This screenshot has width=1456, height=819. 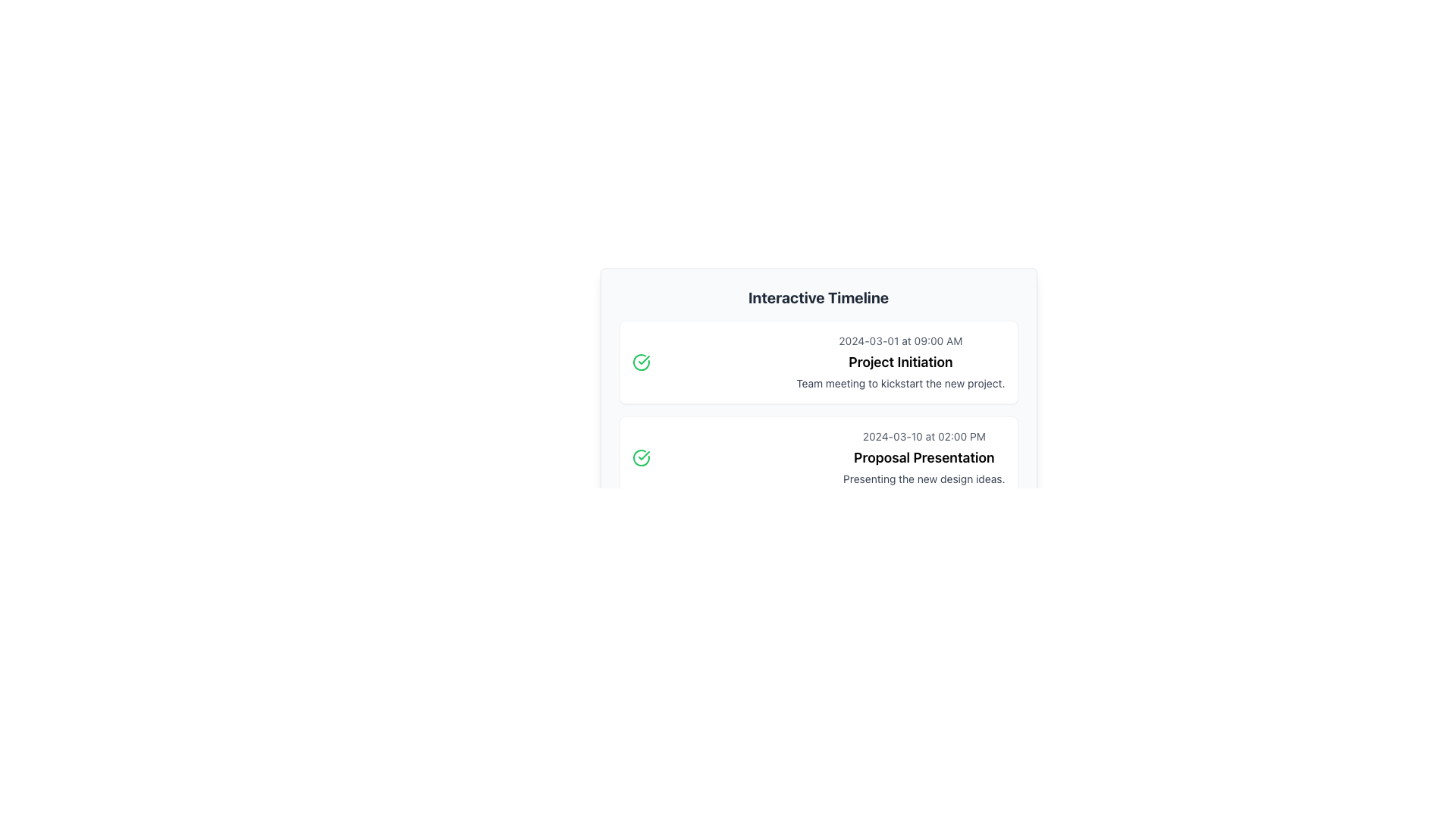 I want to click on the descriptive subtitle text element that provides details about the 'Project Initiation' event in the timeline, so click(x=900, y=382).